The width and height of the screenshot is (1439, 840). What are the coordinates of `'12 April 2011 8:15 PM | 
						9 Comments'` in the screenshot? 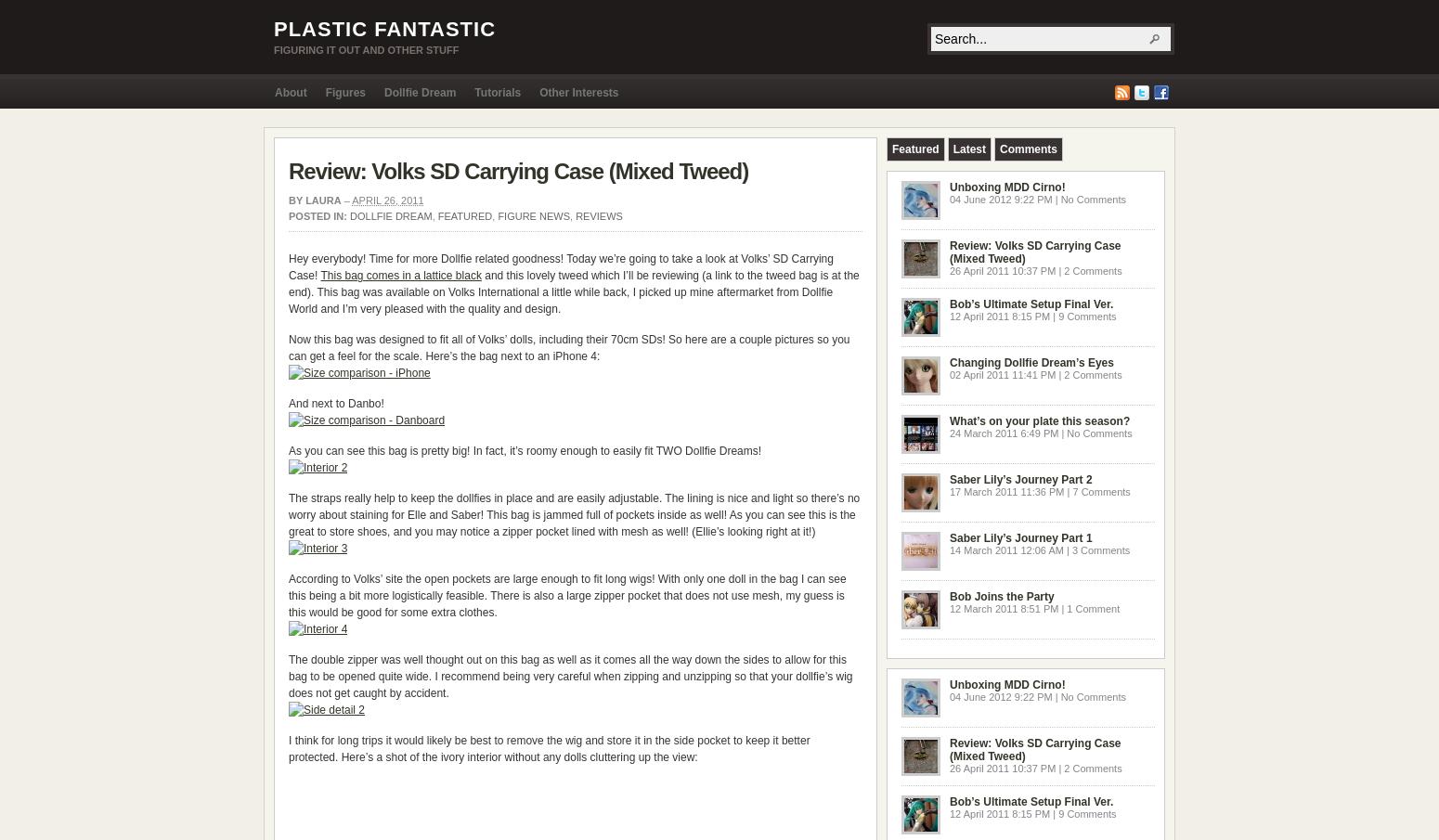 It's located at (1031, 814).